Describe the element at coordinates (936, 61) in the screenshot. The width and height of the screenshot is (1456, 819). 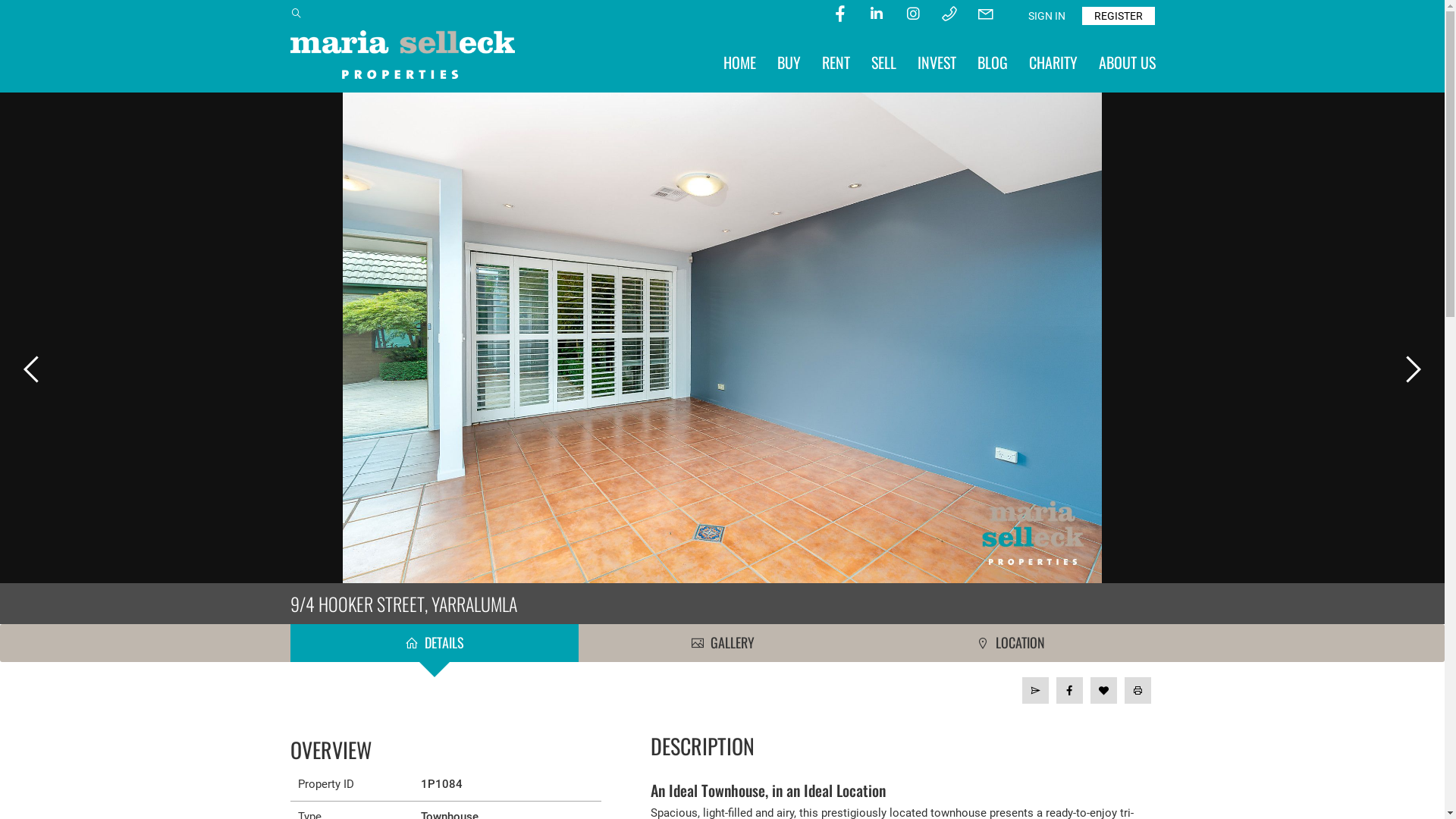
I see `'INVEST'` at that location.